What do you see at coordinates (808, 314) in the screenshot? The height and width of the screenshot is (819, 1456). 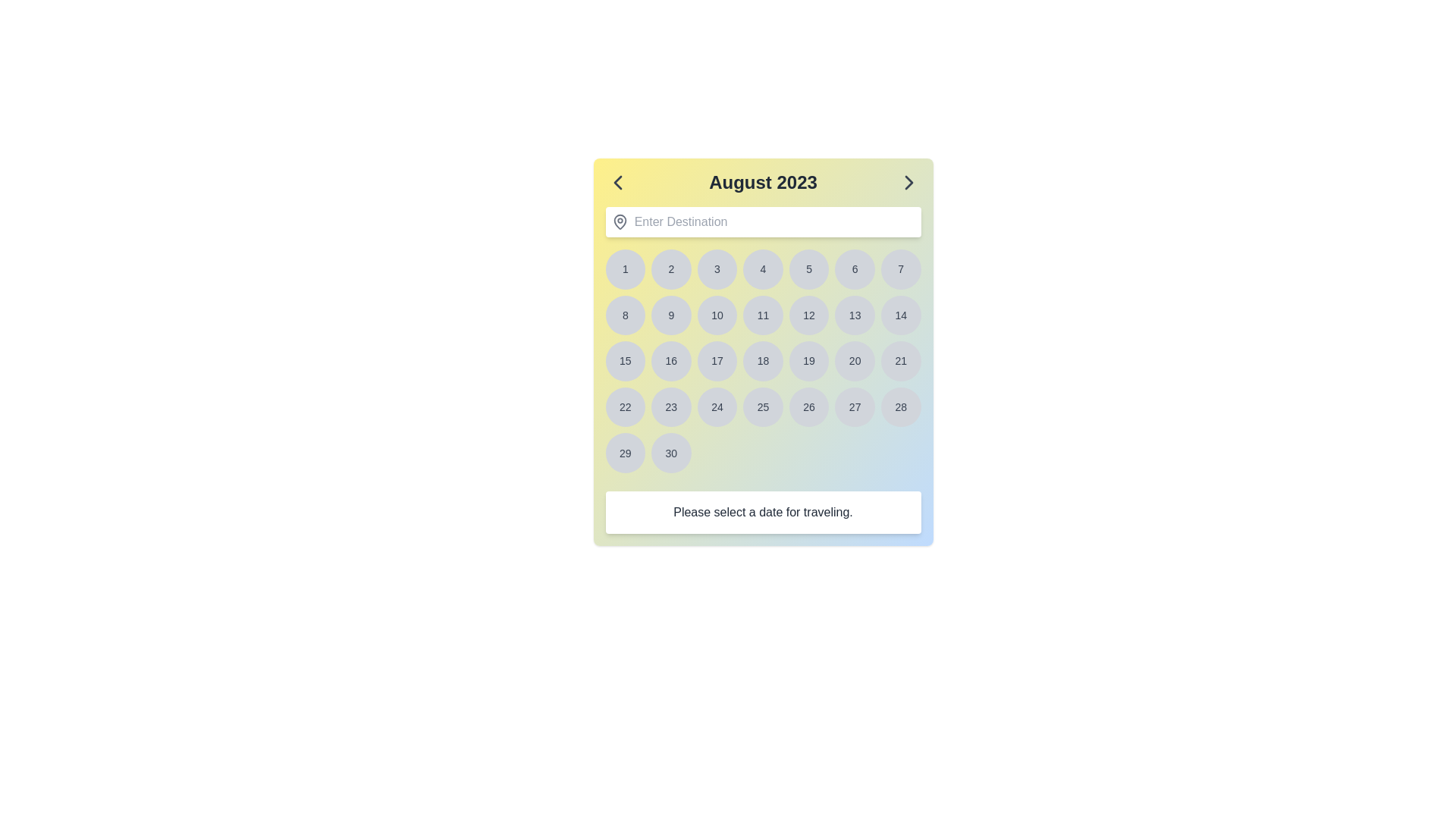 I see `the circular button labeled '12' in the calendar grid` at bounding box center [808, 314].